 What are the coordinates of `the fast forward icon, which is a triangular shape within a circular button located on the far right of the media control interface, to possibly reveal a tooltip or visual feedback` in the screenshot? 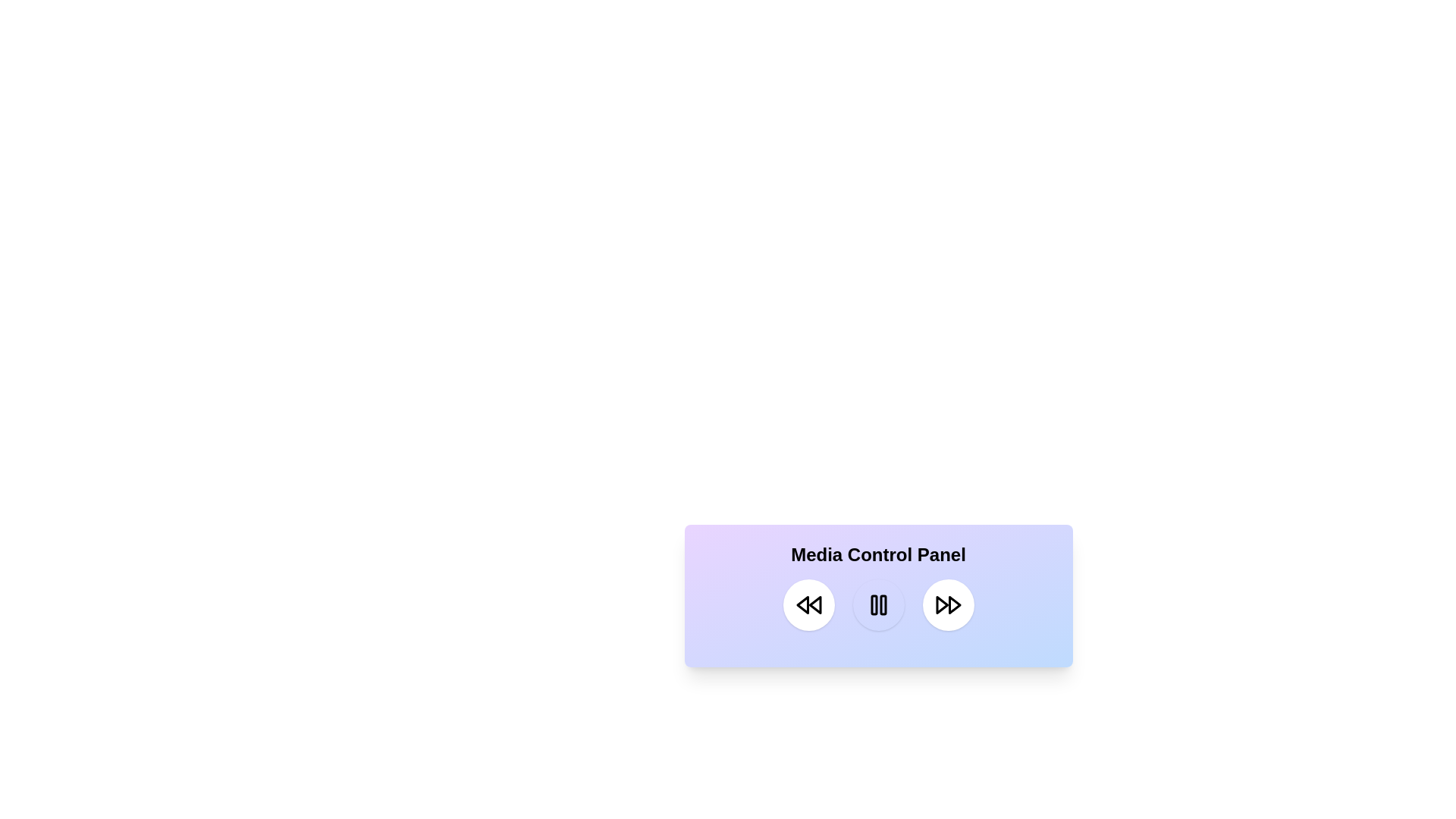 It's located at (953, 604).